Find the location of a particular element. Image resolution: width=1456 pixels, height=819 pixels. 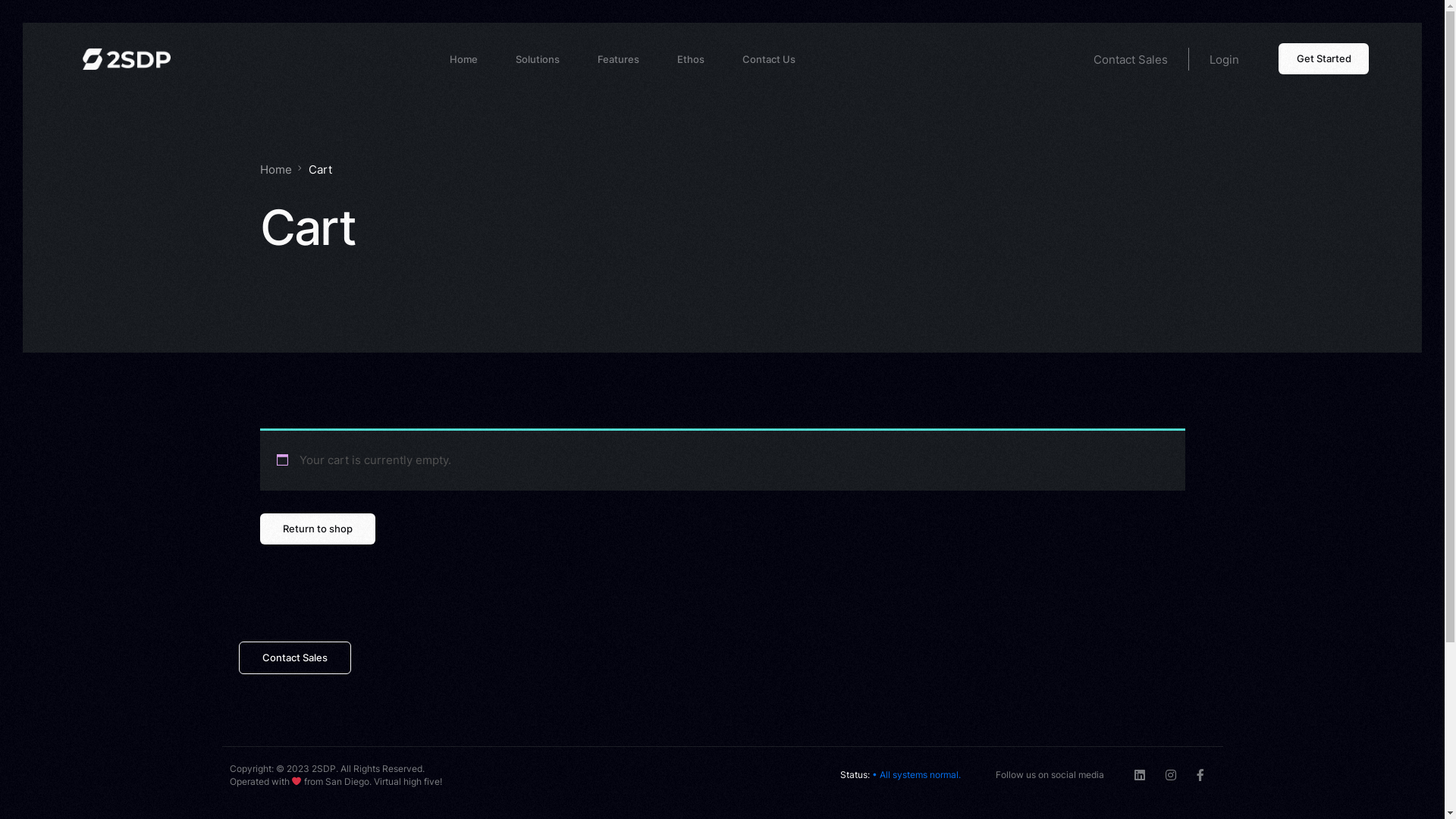

'Contact Sales' is located at coordinates (237, 657).